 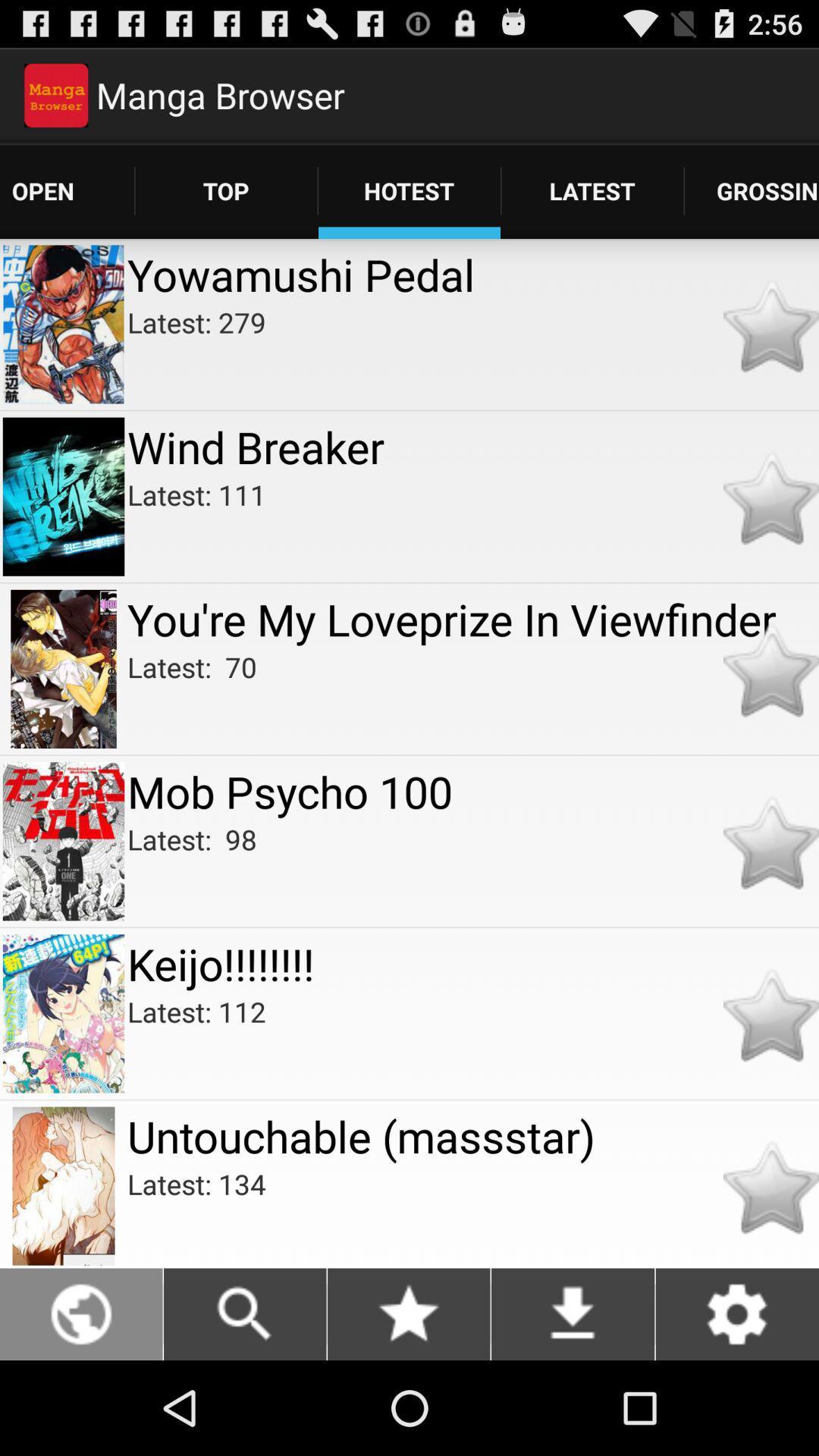 What do you see at coordinates (472, 274) in the screenshot?
I see `the yowamushi pedal` at bounding box center [472, 274].